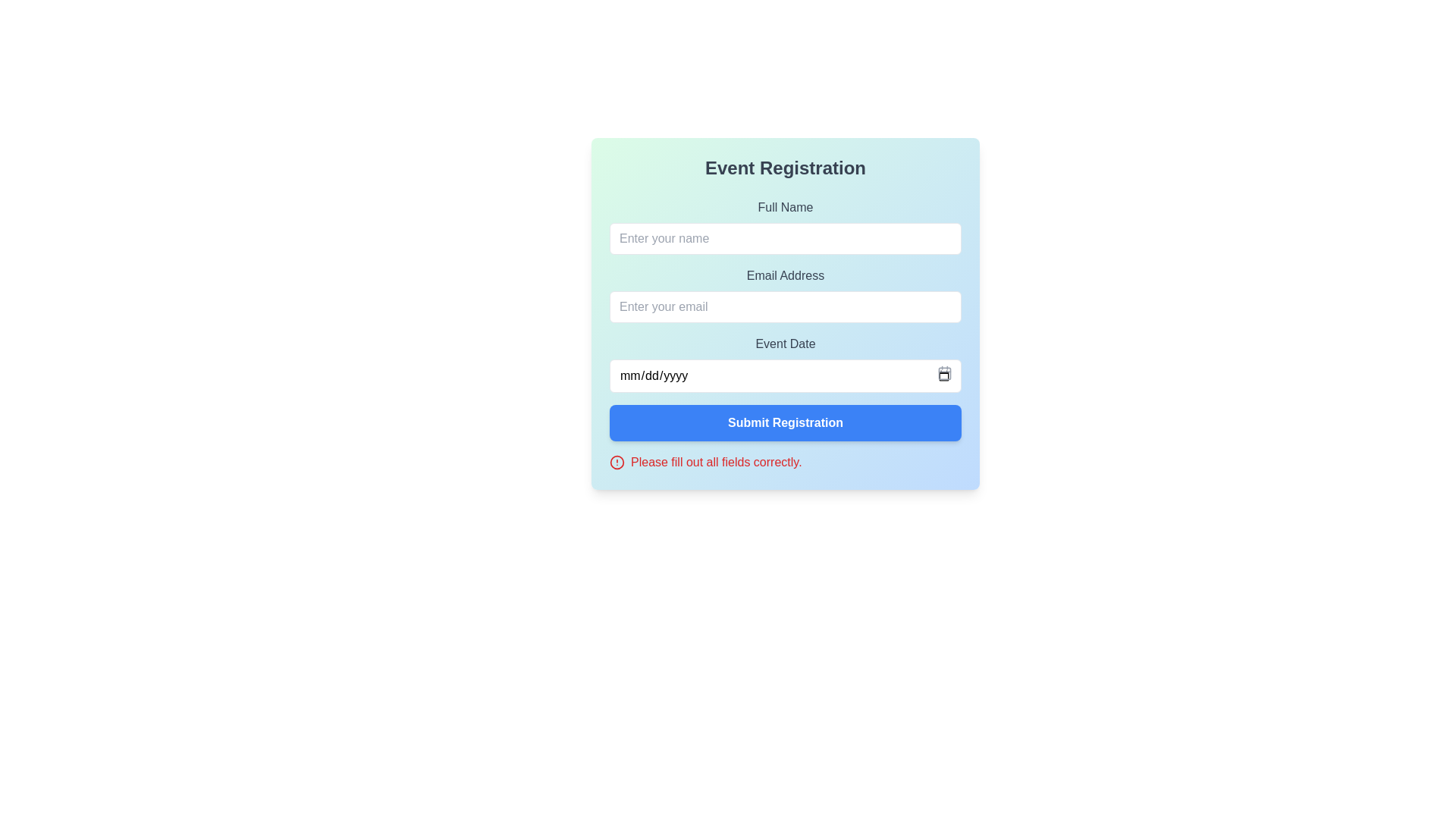 The image size is (1456, 819). Describe the element at coordinates (617, 461) in the screenshot. I see `the error or warning icon located to the left of the 'Please fill out all fields correctly.' text in the notification message area at the bottom of the event registration section` at that location.